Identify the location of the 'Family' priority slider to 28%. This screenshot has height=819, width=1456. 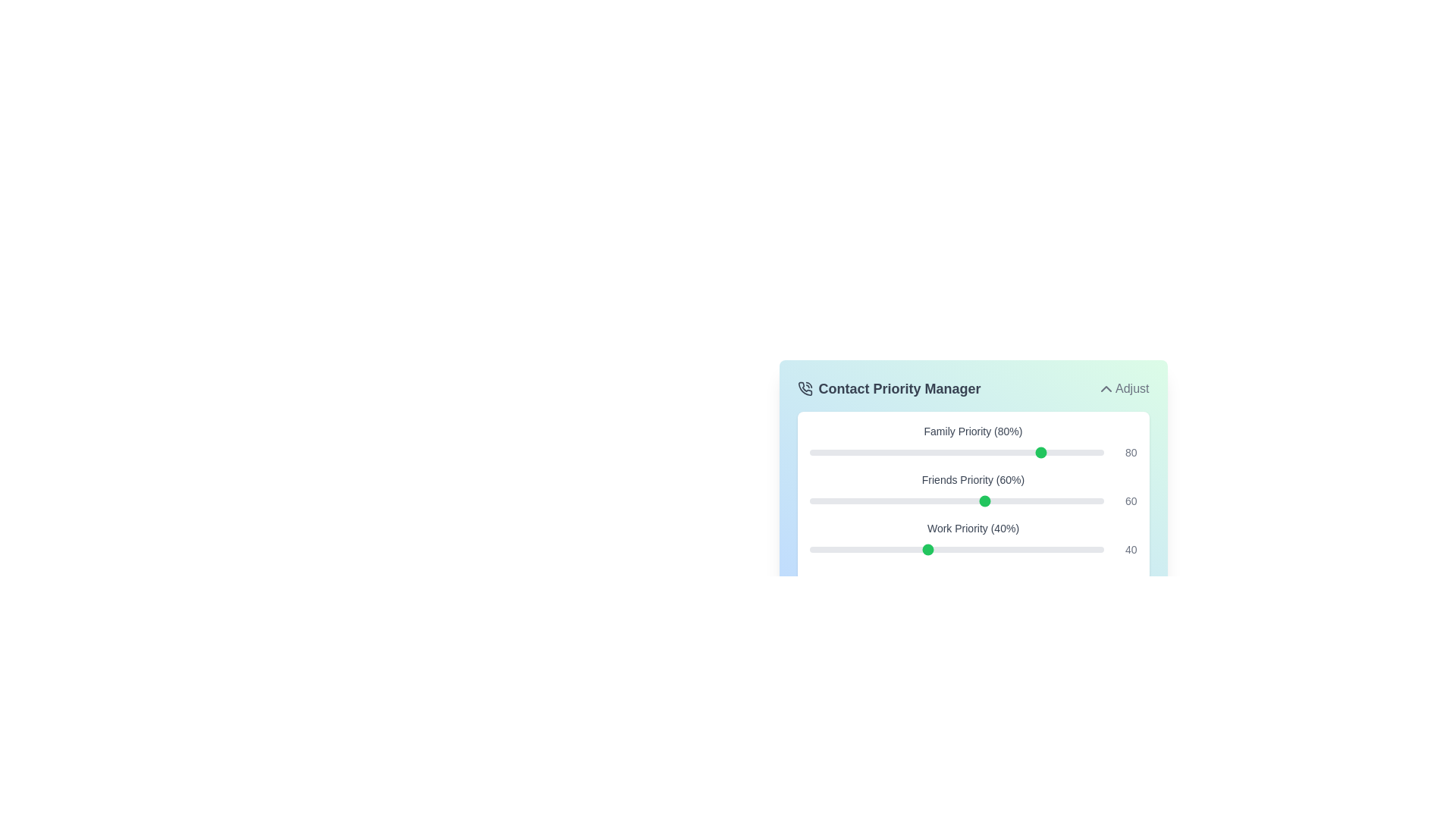
(892, 452).